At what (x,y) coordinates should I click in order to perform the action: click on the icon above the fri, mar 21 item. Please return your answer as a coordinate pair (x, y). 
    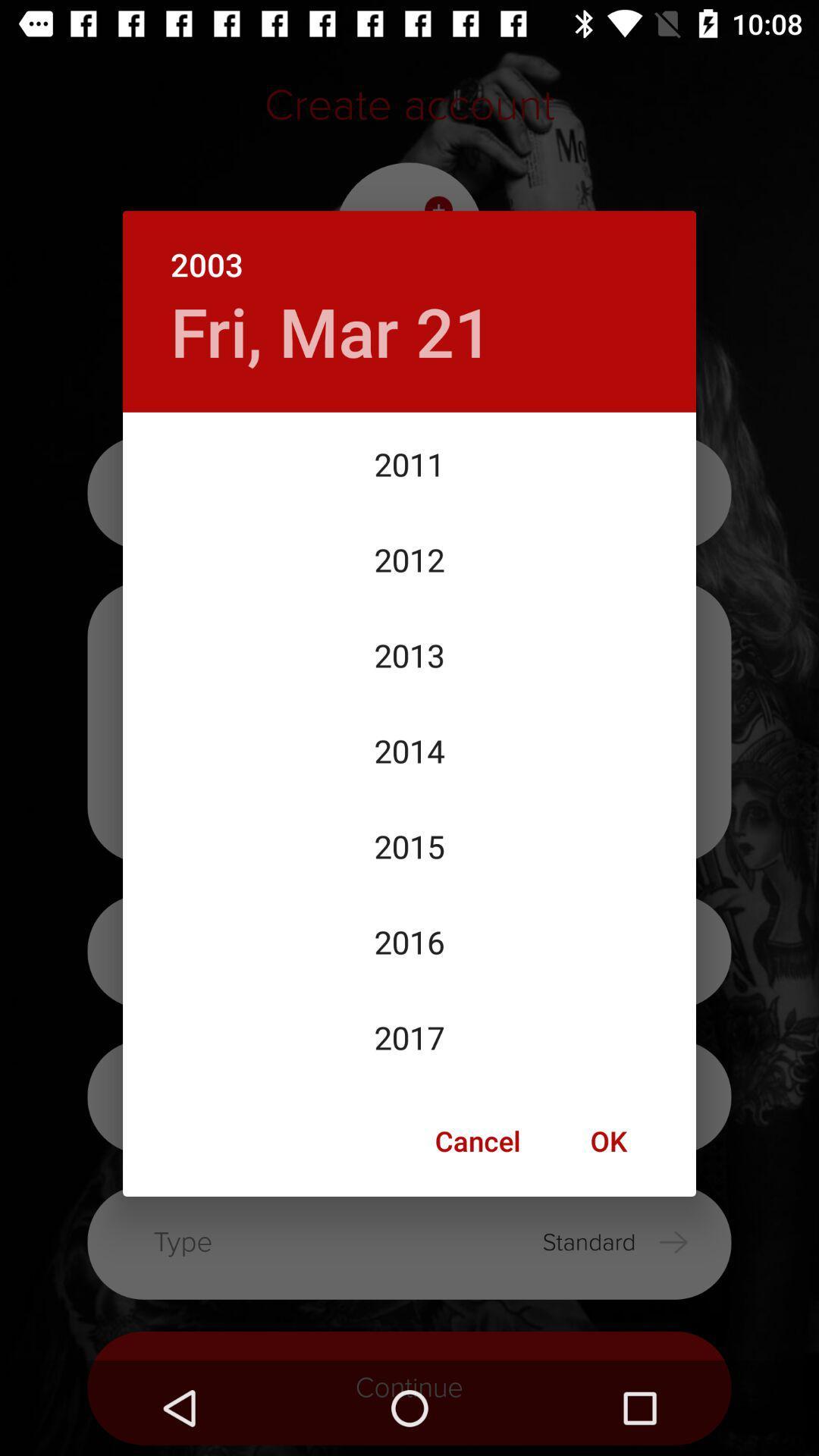
    Looking at the image, I should click on (409, 248).